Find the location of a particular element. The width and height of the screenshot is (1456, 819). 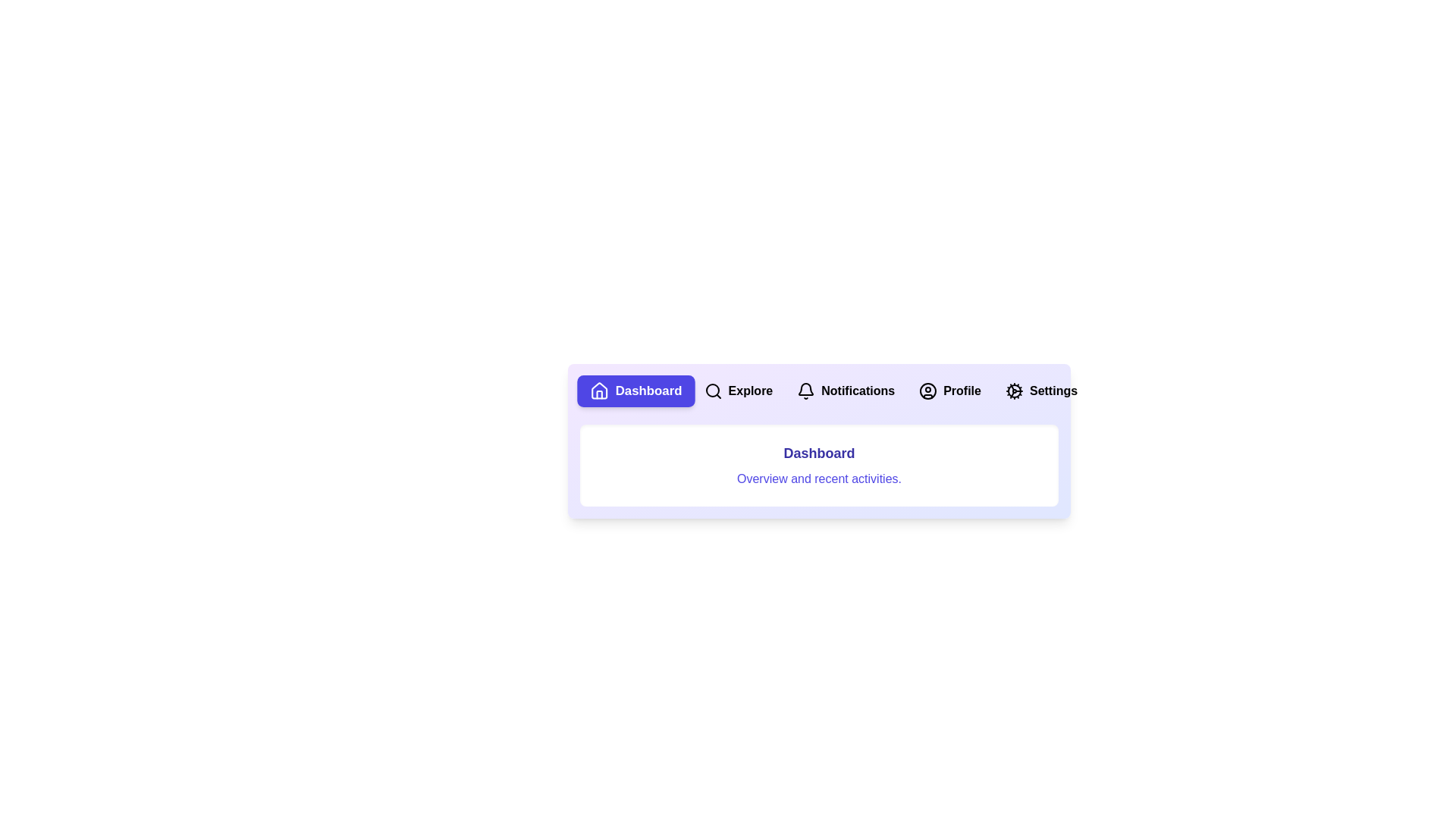

the Dashboard tab by clicking on its respective button is located at coordinates (635, 391).